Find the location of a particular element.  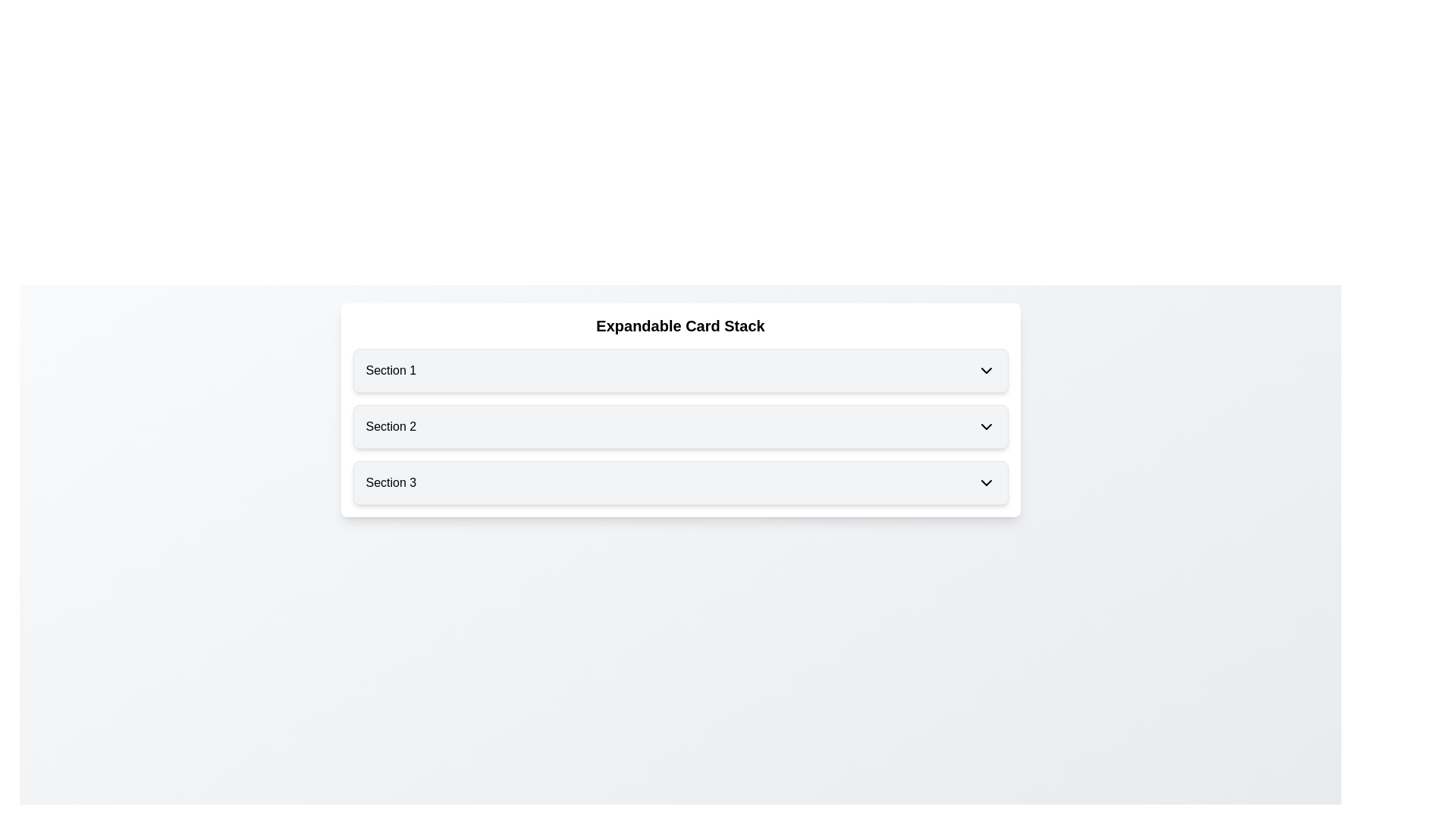

the 'Section 3' button is located at coordinates (679, 482).